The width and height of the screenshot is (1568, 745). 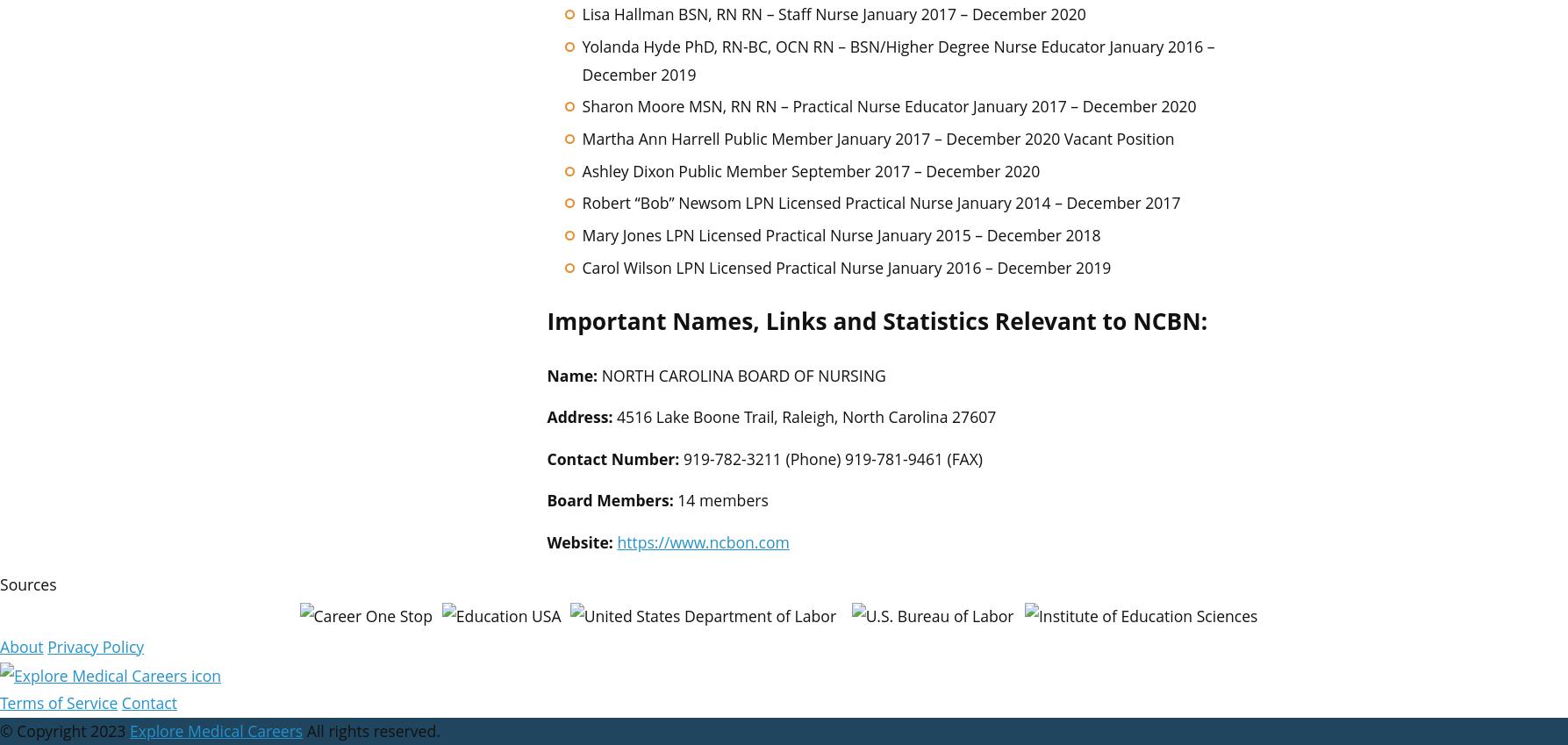 I want to click on 'Yolanda Hyde PhD, RN-BC, OCN RN – BSN/Higher Degree Nurse Educator January 2016 – December 2019', so click(x=897, y=60).